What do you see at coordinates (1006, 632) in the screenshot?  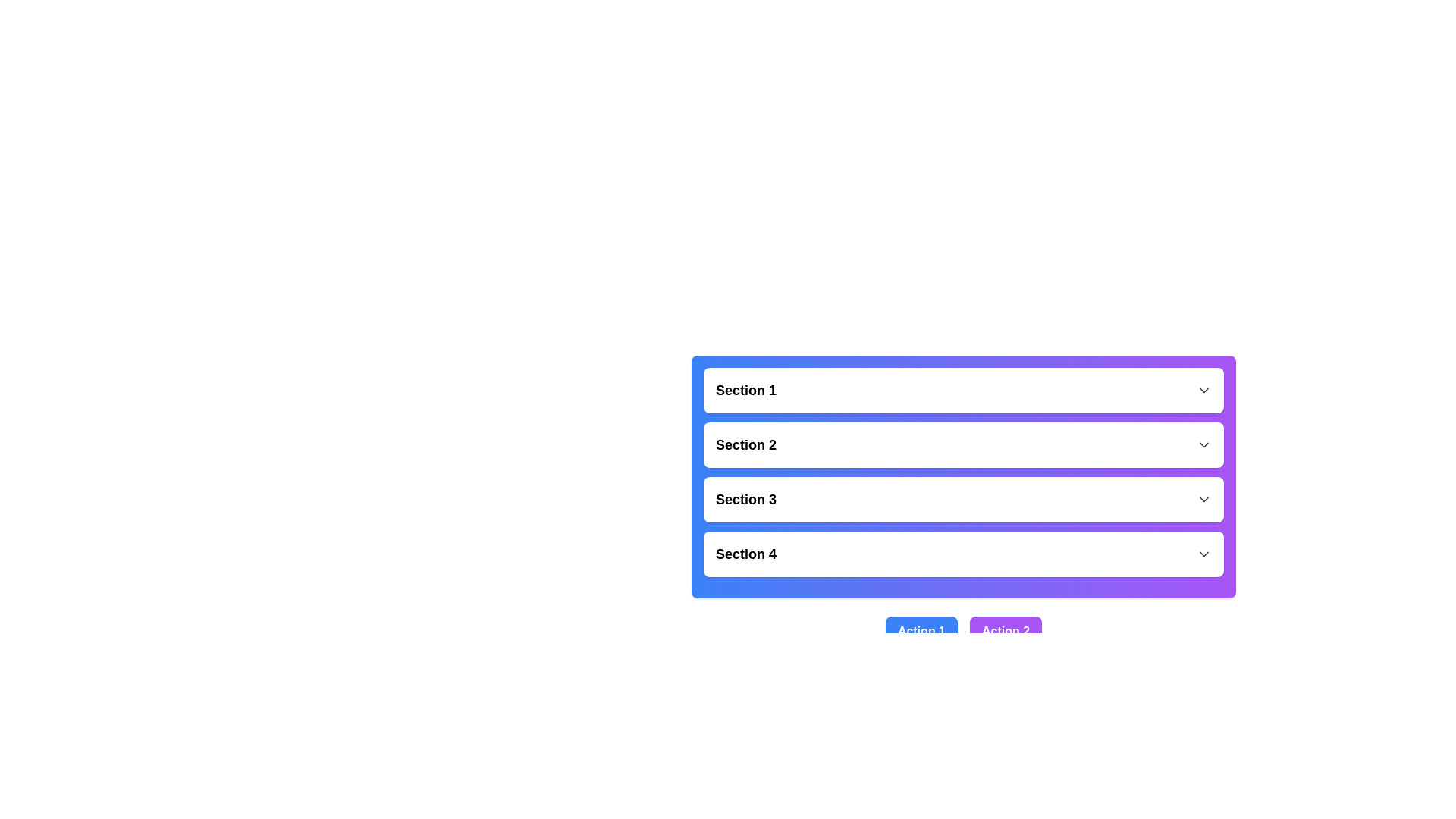 I see `the purple button labeled 'Action 2' with white text and rounded corners` at bounding box center [1006, 632].